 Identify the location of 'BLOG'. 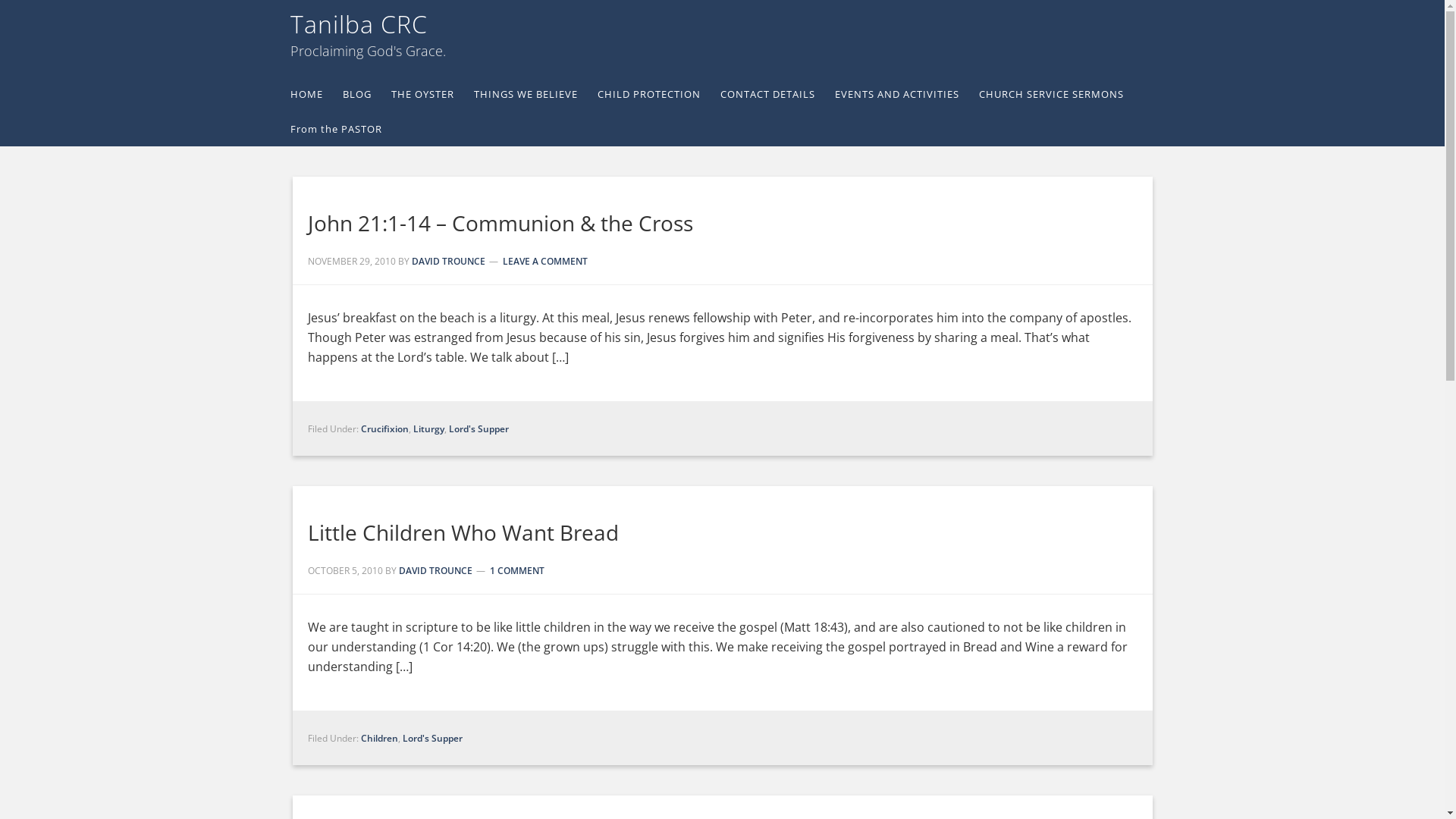
(367, 94).